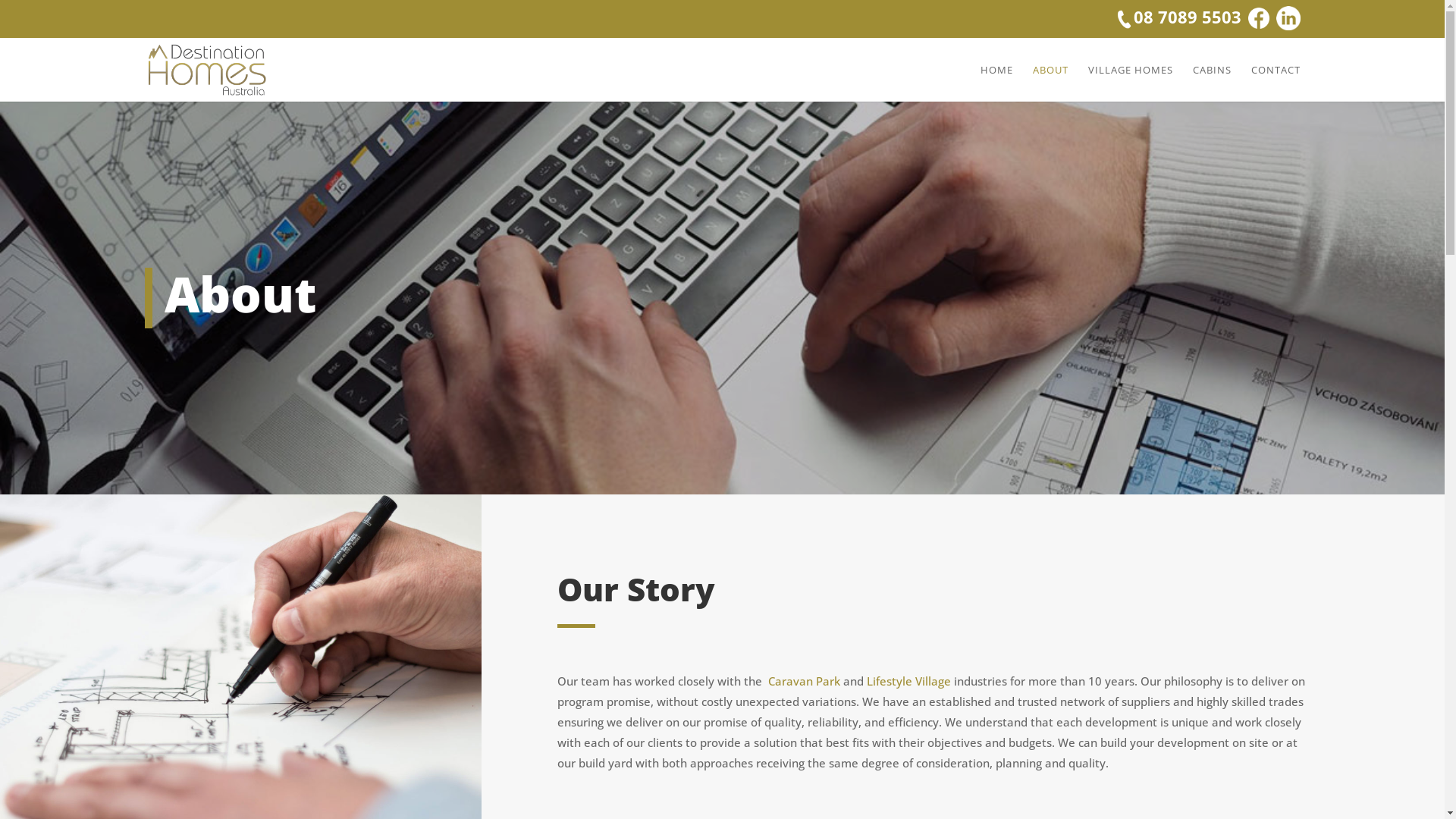 This screenshot has width=1456, height=819. I want to click on 'CABINS', so click(1210, 83).